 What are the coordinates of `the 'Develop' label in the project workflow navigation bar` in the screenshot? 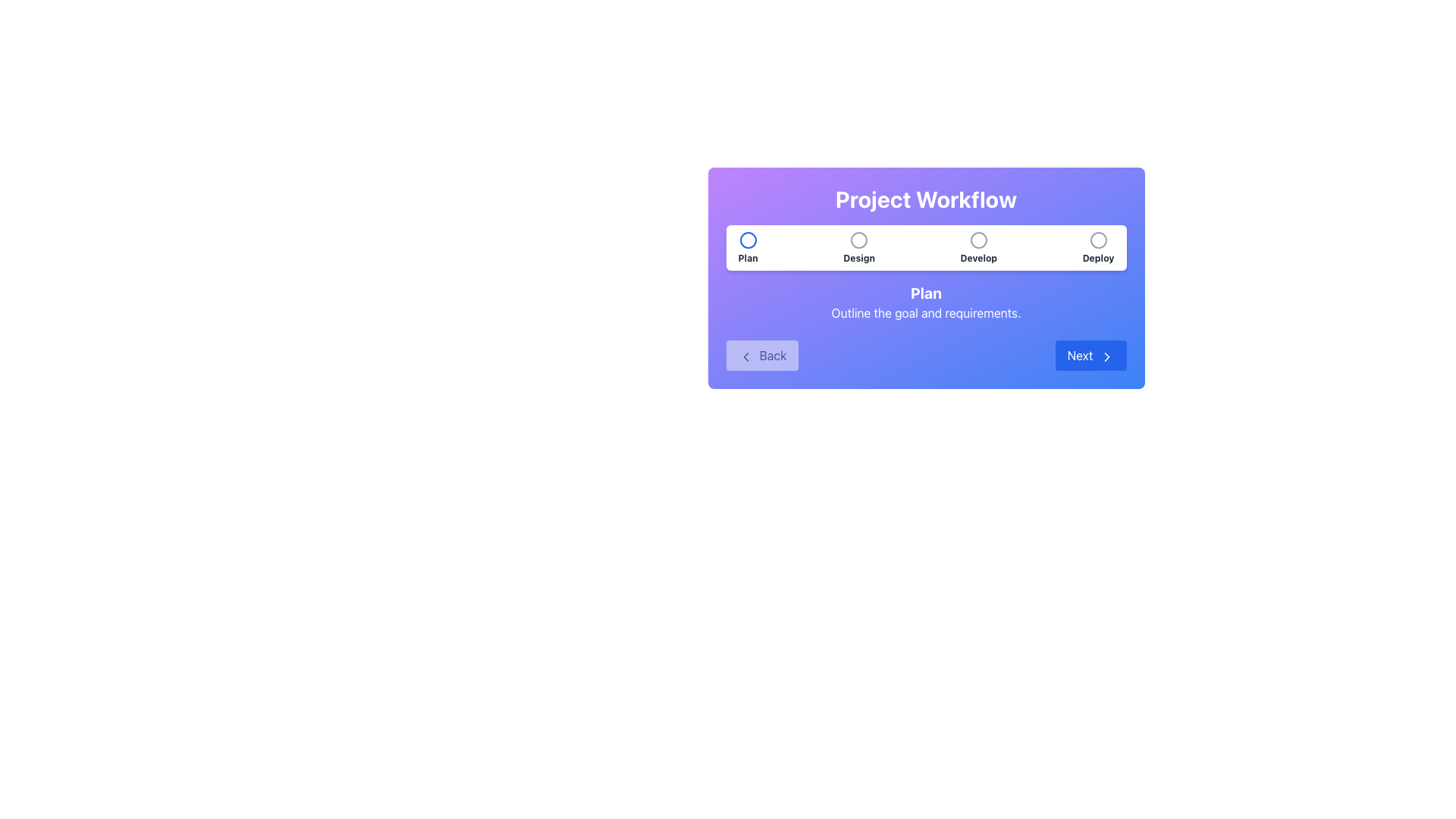 It's located at (978, 257).